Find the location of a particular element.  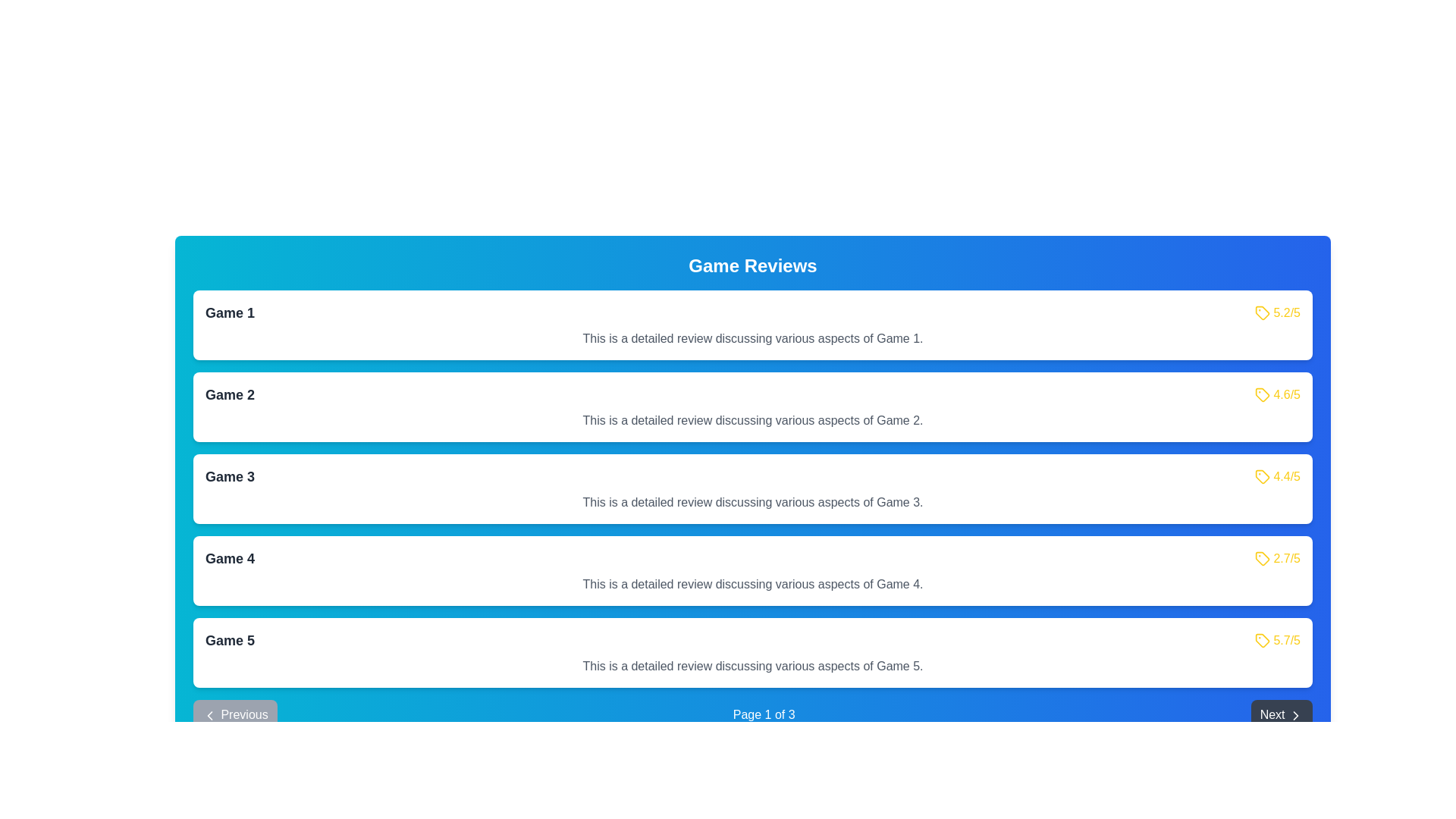

detailed textual review about 'Game 5' located at the bottom of the card layout, beneath the game title and rating is located at coordinates (753, 666).